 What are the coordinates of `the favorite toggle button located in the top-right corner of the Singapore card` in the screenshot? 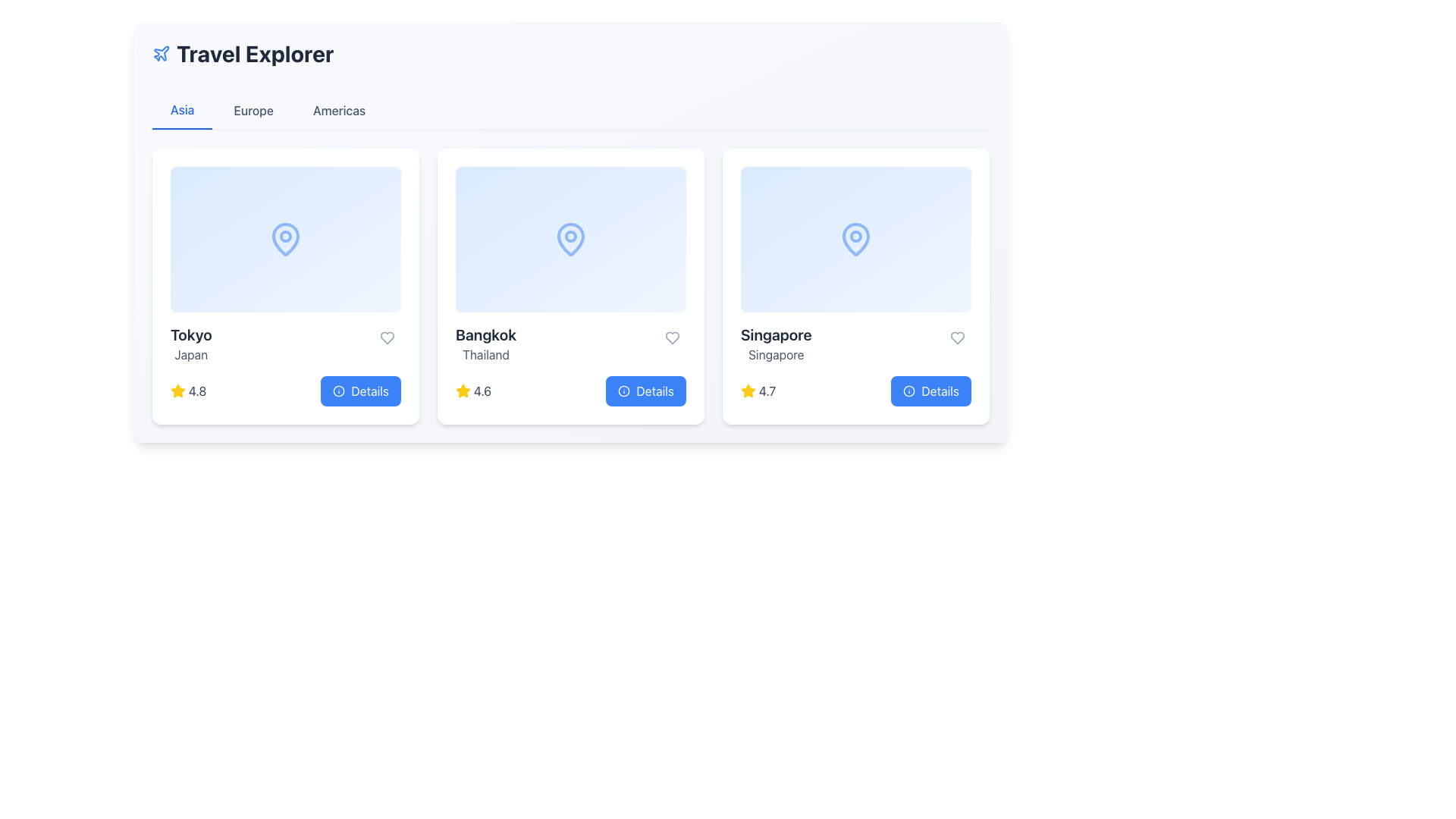 It's located at (956, 337).